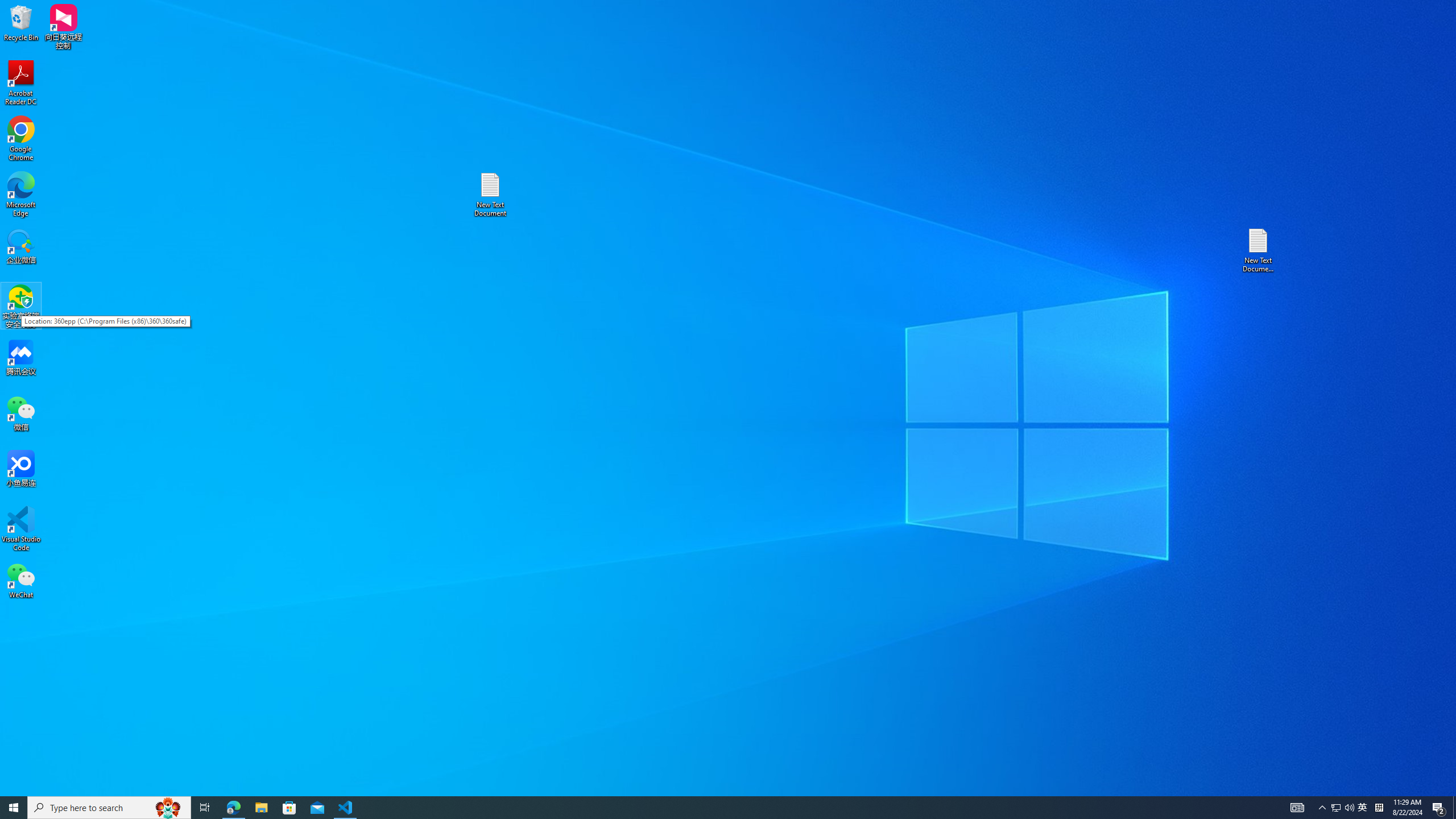 Image resolution: width=1456 pixels, height=819 pixels. Describe the element at coordinates (20, 82) in the screenshot. I see `'Acrobat Reader DC'` at that location.